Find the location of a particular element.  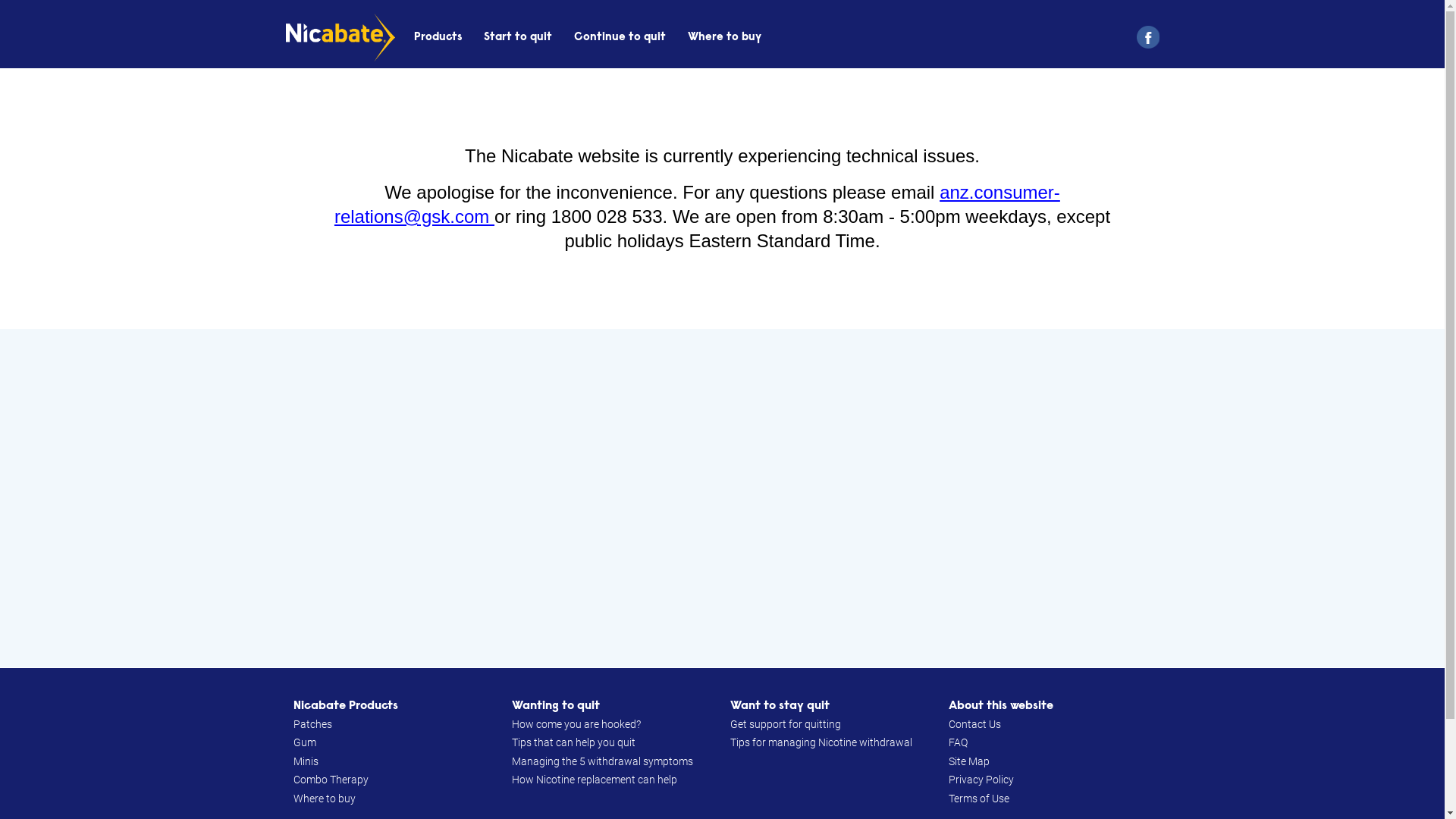

'Gum' is located at coordinates (292, 742).